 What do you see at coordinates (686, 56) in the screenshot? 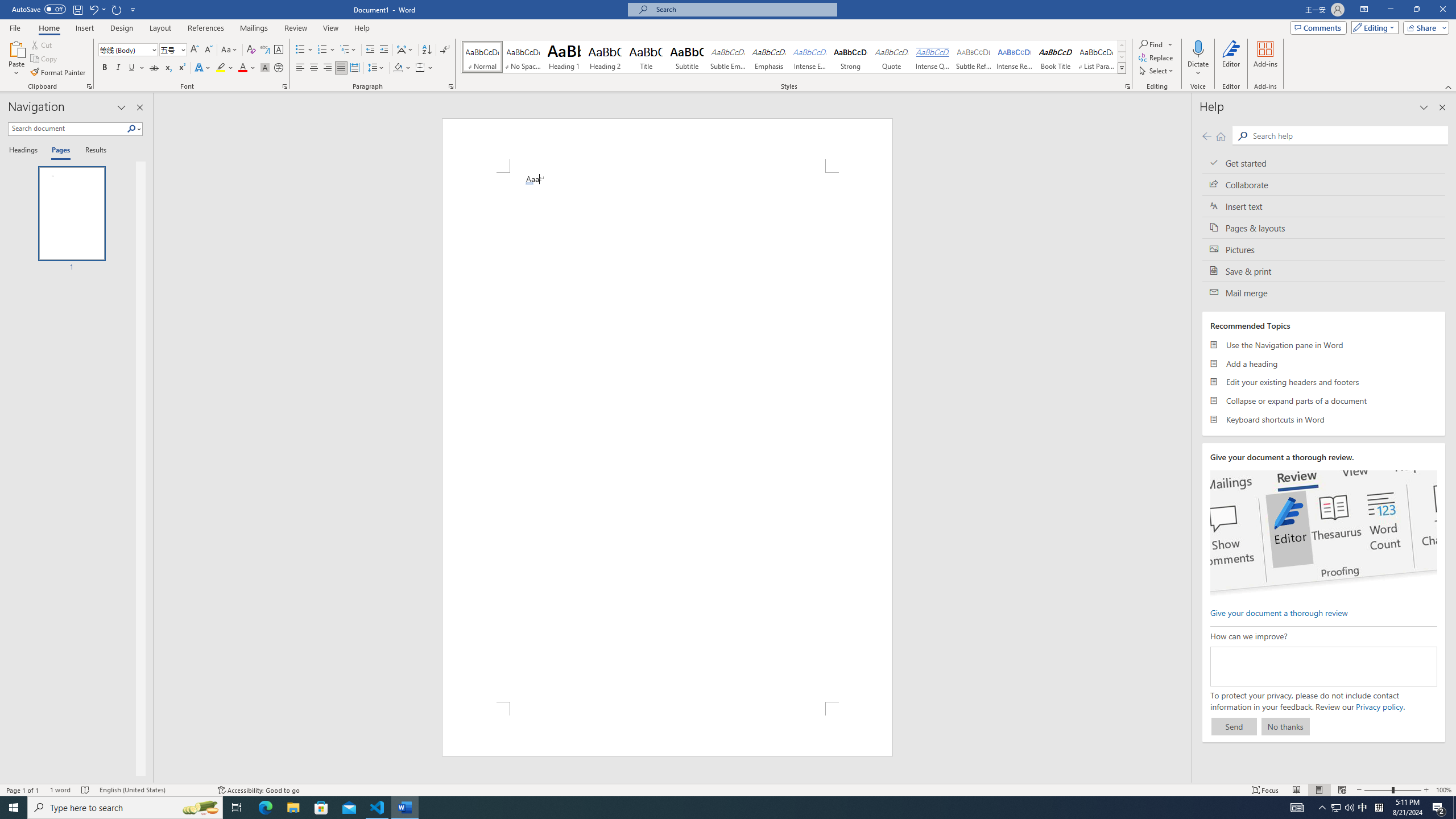
I see `'Subtitle'` at bounding box center [686, 56].